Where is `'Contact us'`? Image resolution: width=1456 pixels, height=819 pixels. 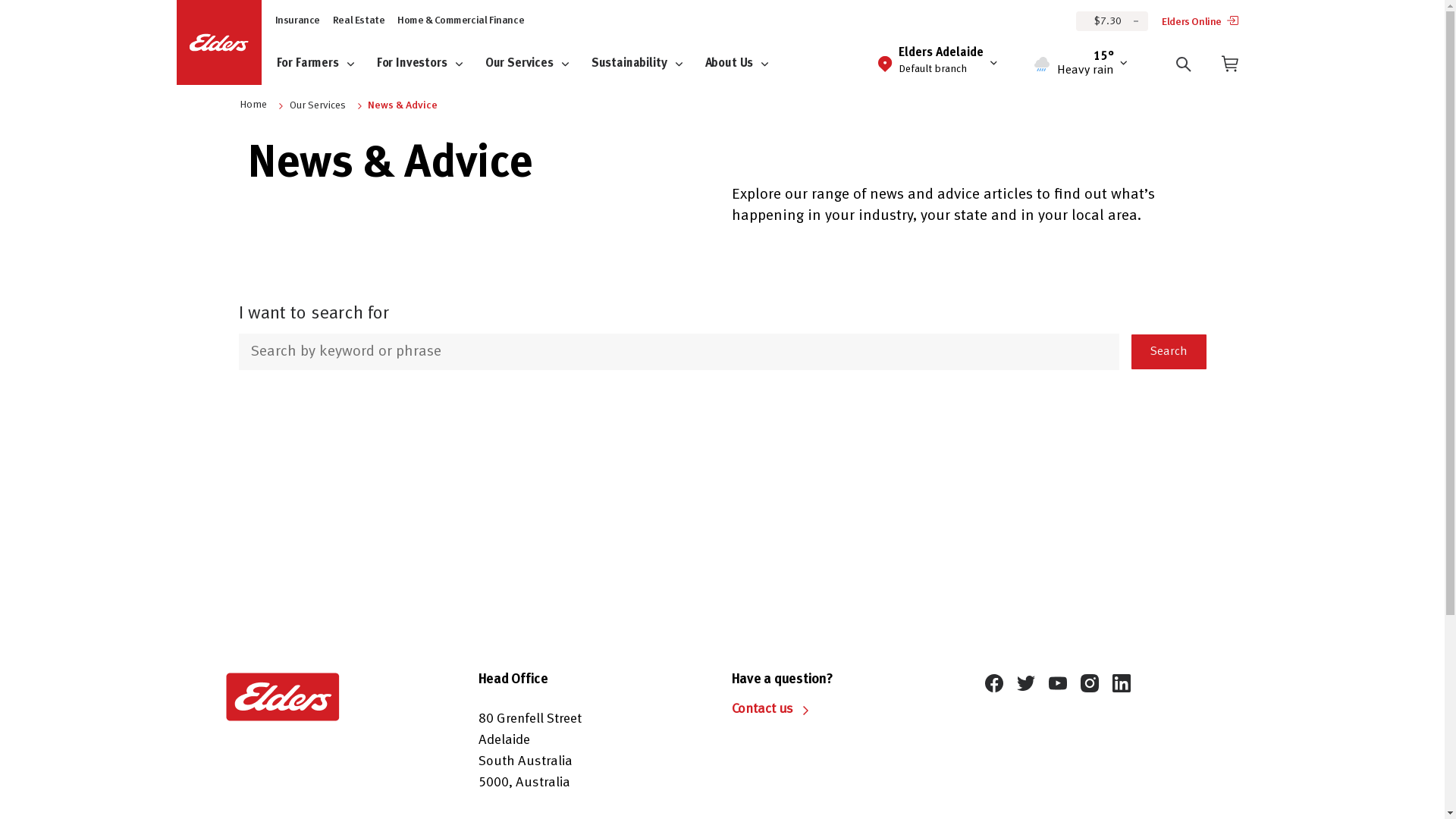
'Contact us' is located at coordinates (712, 711).